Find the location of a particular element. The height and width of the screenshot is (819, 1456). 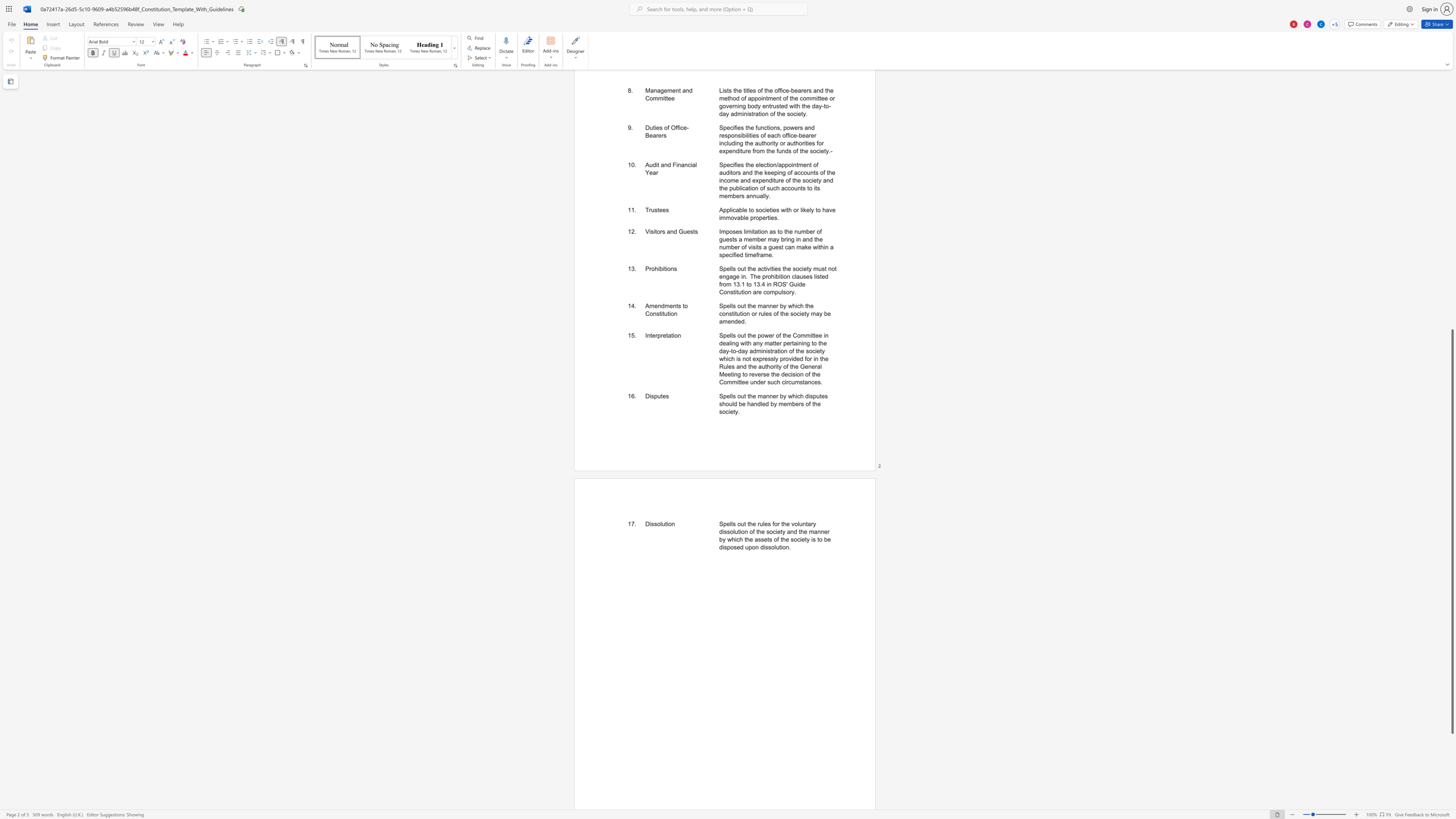

the scrollbar on the side is located at coordinates (1451, 254).